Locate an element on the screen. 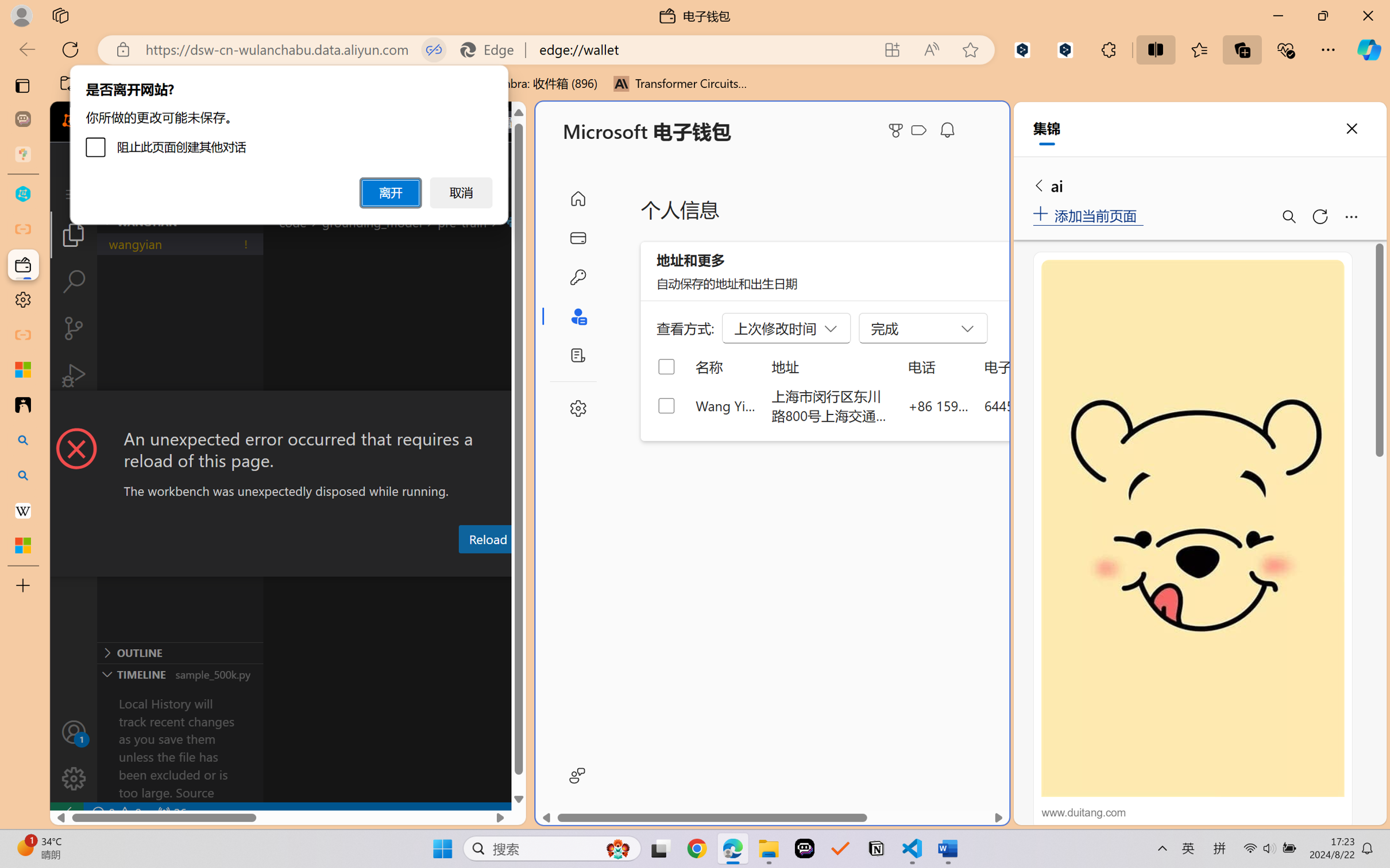 The image size is (1390, 868). 'Manage' is located at coordinates (73, 778).